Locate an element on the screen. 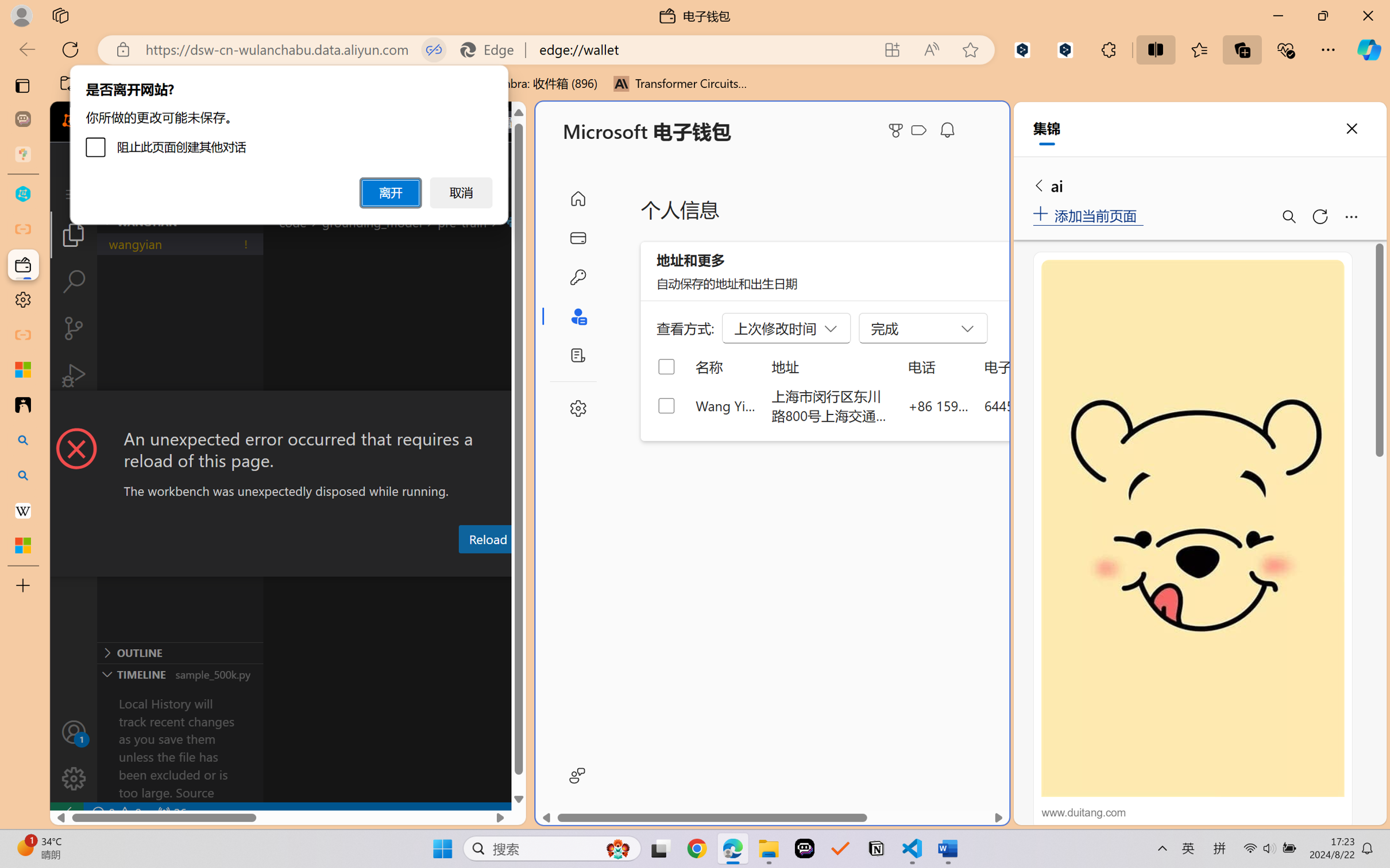 The image size is (1390, 868). 'Manage' is located at coordinates (73, 778).